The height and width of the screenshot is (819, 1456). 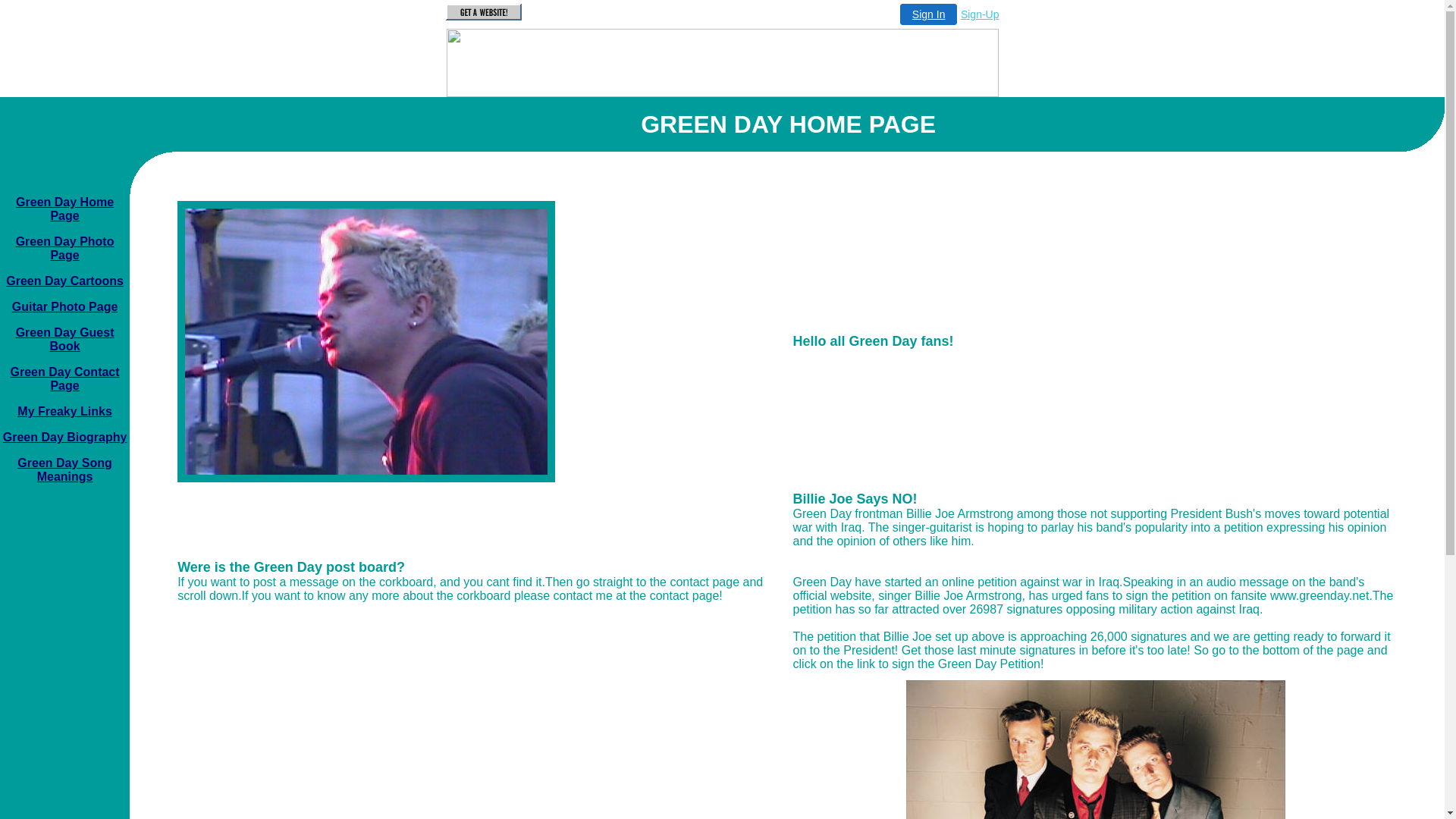 What do you see at coordinates (64, 469) in the screenshot?
I see `'Green Day Song Meanings'` at bounding box center [64, 469].